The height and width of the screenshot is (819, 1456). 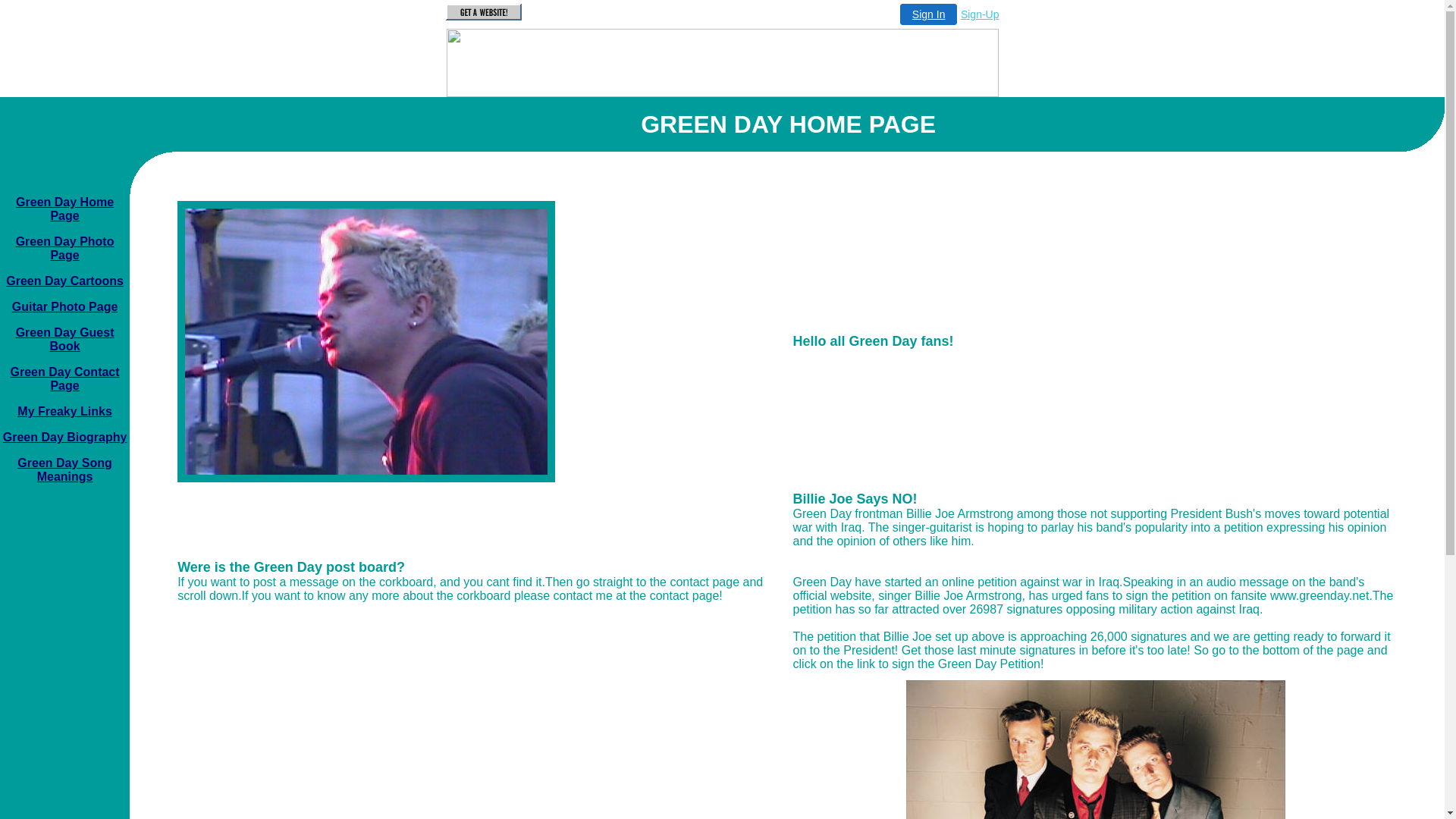 What do you see at coordinates (64, 469) in the screenshot?
I see `'Green Day Song Meanings'` at bounding box center [64, 469].